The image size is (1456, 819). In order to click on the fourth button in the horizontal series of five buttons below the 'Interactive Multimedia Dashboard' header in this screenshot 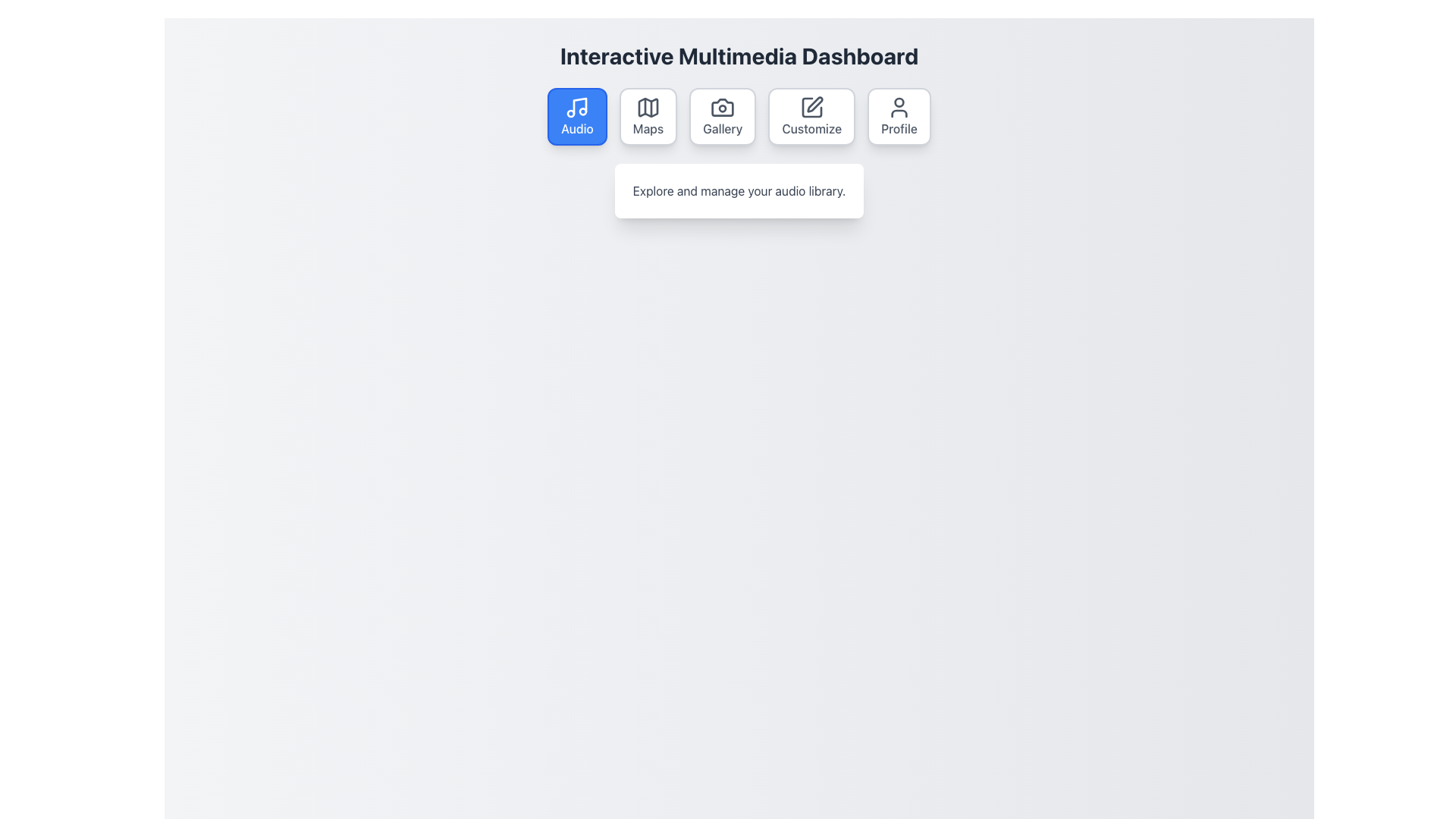, I will do `click(811, 116)`.